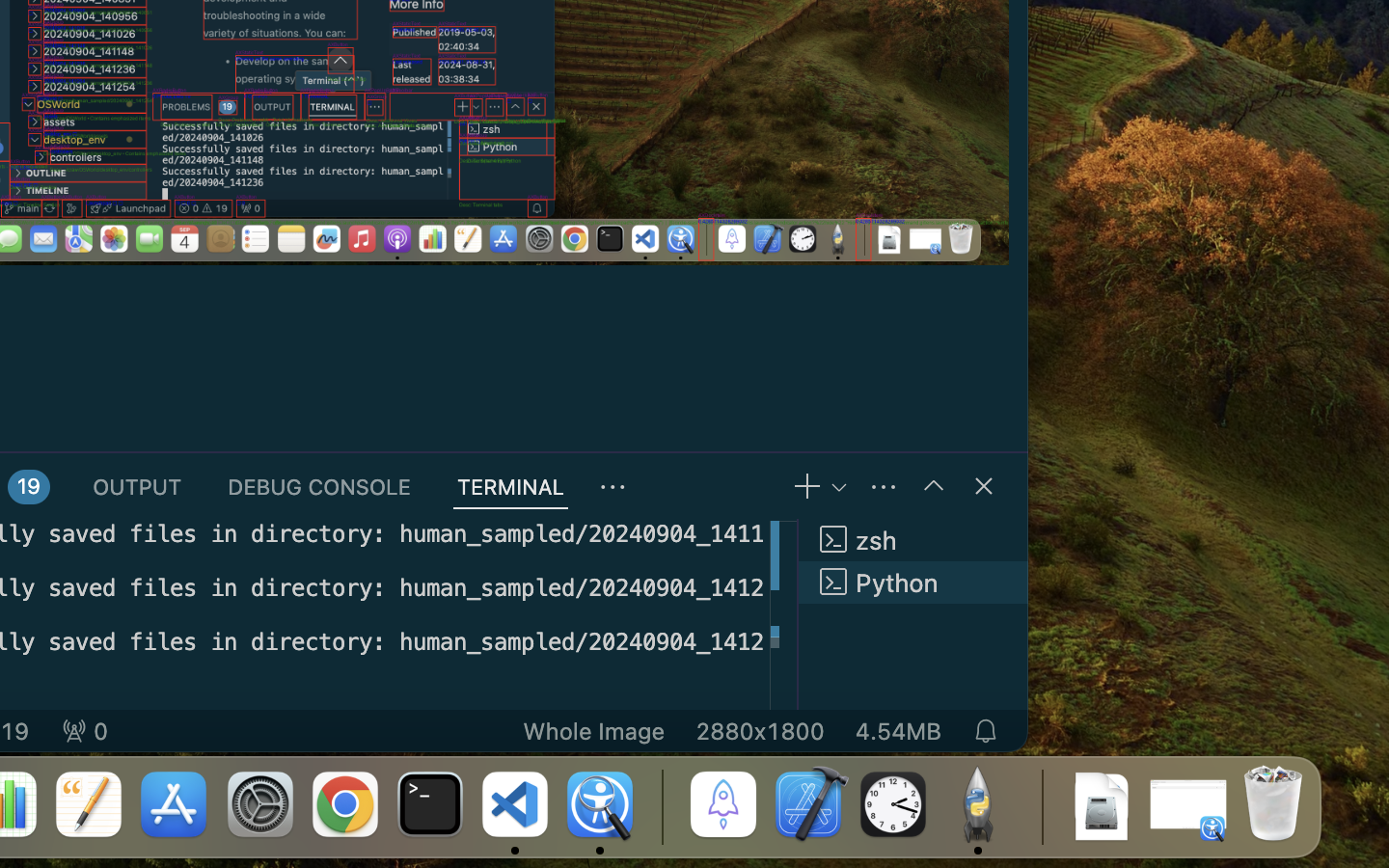  I want to click on '', so click(932, 485).